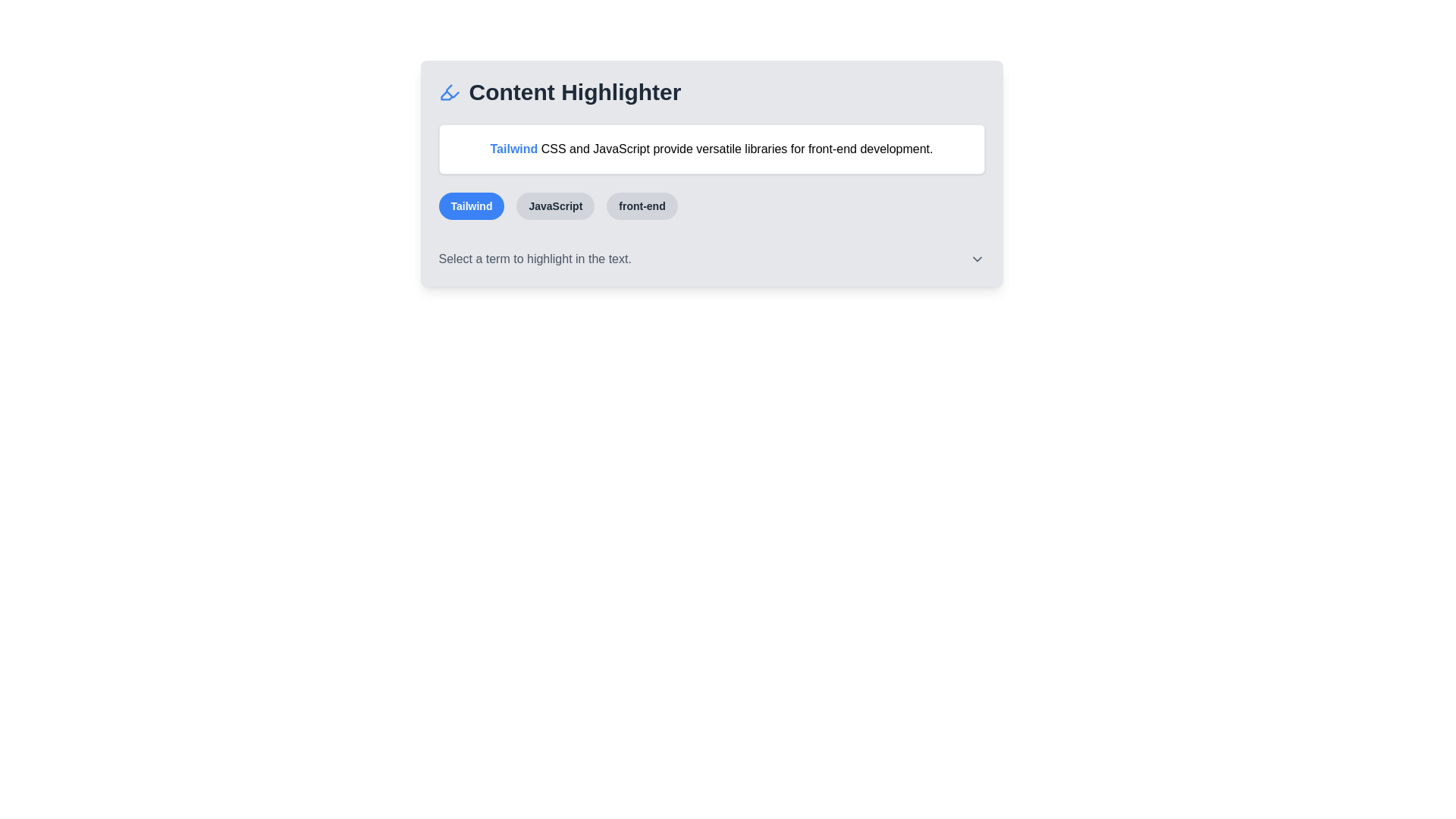  Describe the element at coordinates (448, 93) in the screenshot. I see `the highlighting icon located in the header section titled 'Content Highlighter', positioned to the leftmost side` at that location.